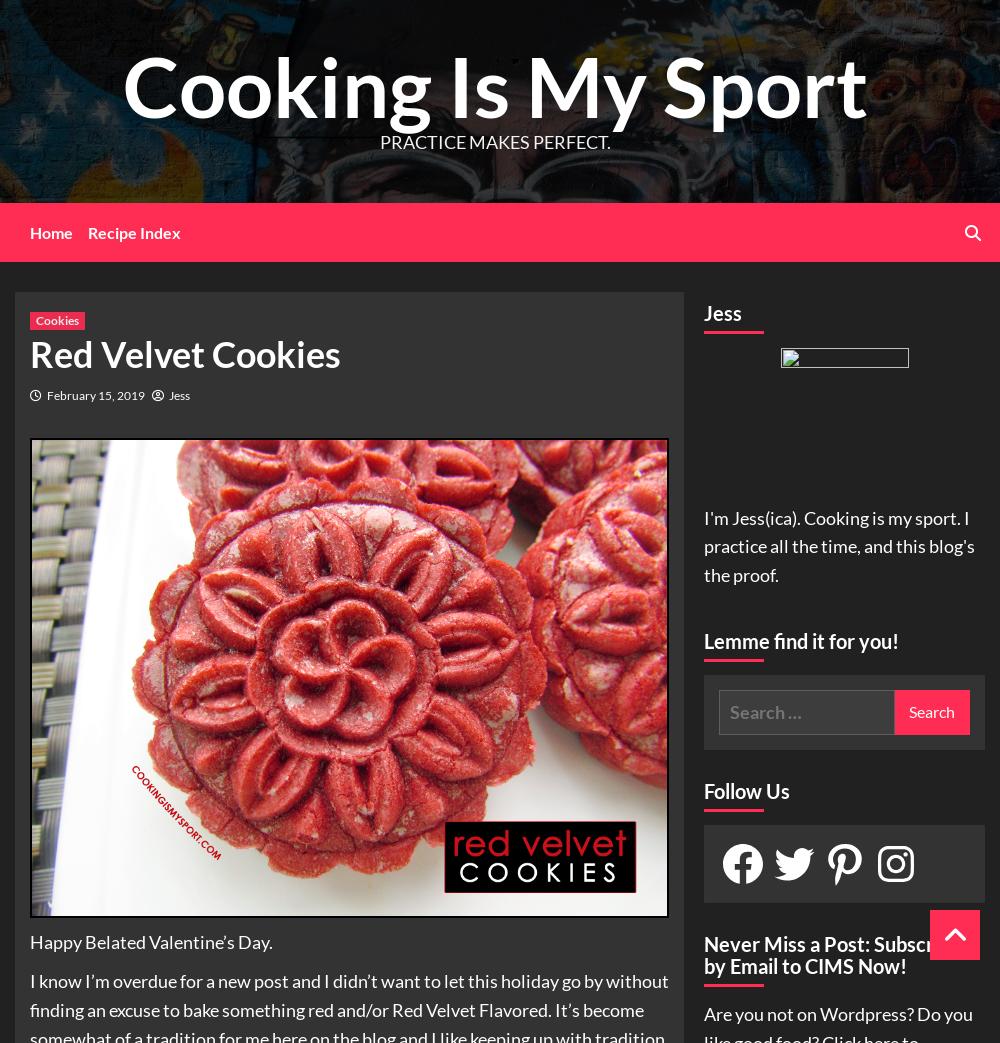  I want to click on 'Lemme find it for you!', so click(703, 638).